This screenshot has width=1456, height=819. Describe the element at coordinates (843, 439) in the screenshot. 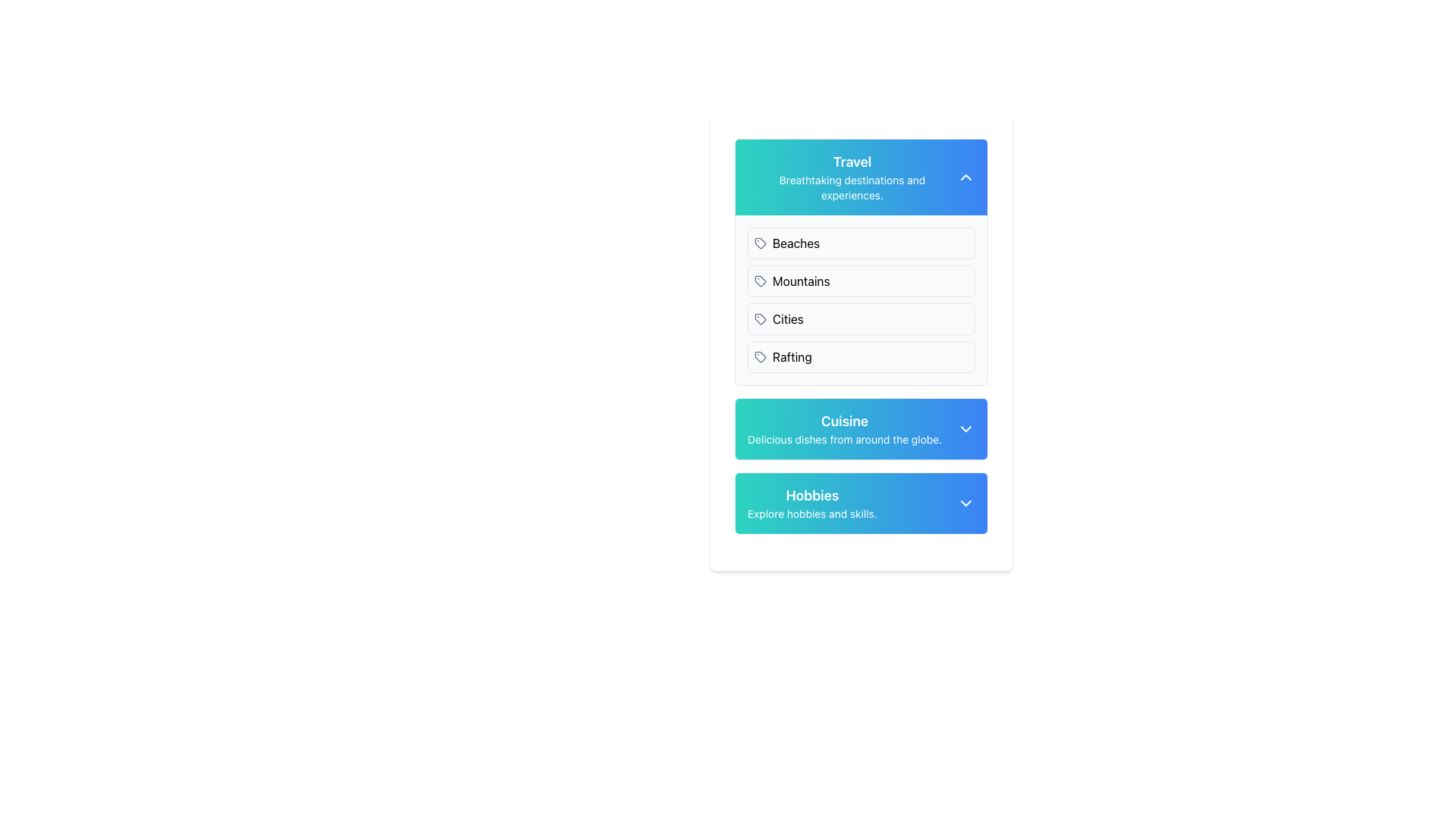

I see `the static text label that describes the 'Cuisine' section, located directly below the 'Cuisine' heading in the second card of a vertical stack` at that location.